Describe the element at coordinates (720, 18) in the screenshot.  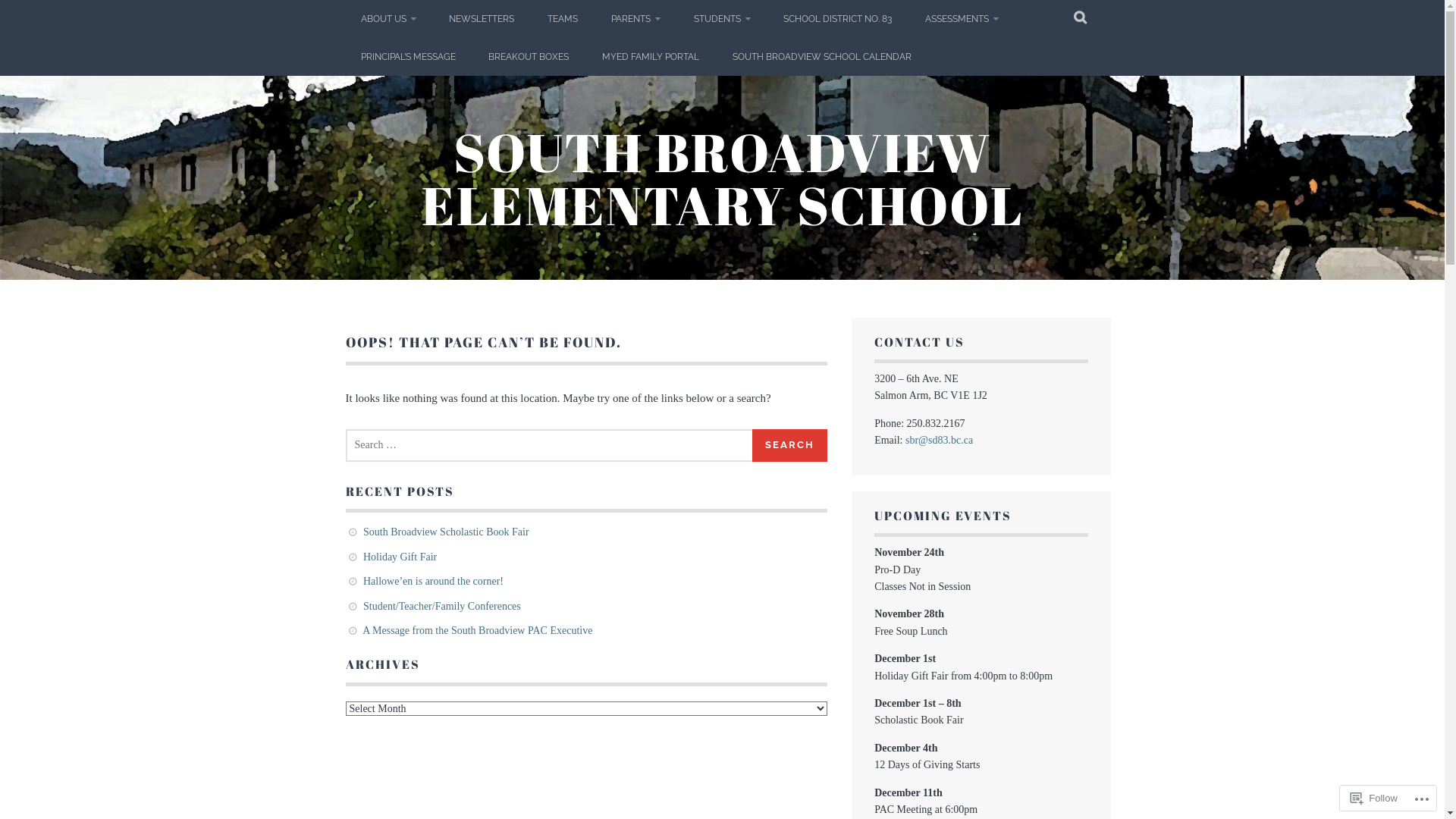
I see `'STUDENTS'` at that location.